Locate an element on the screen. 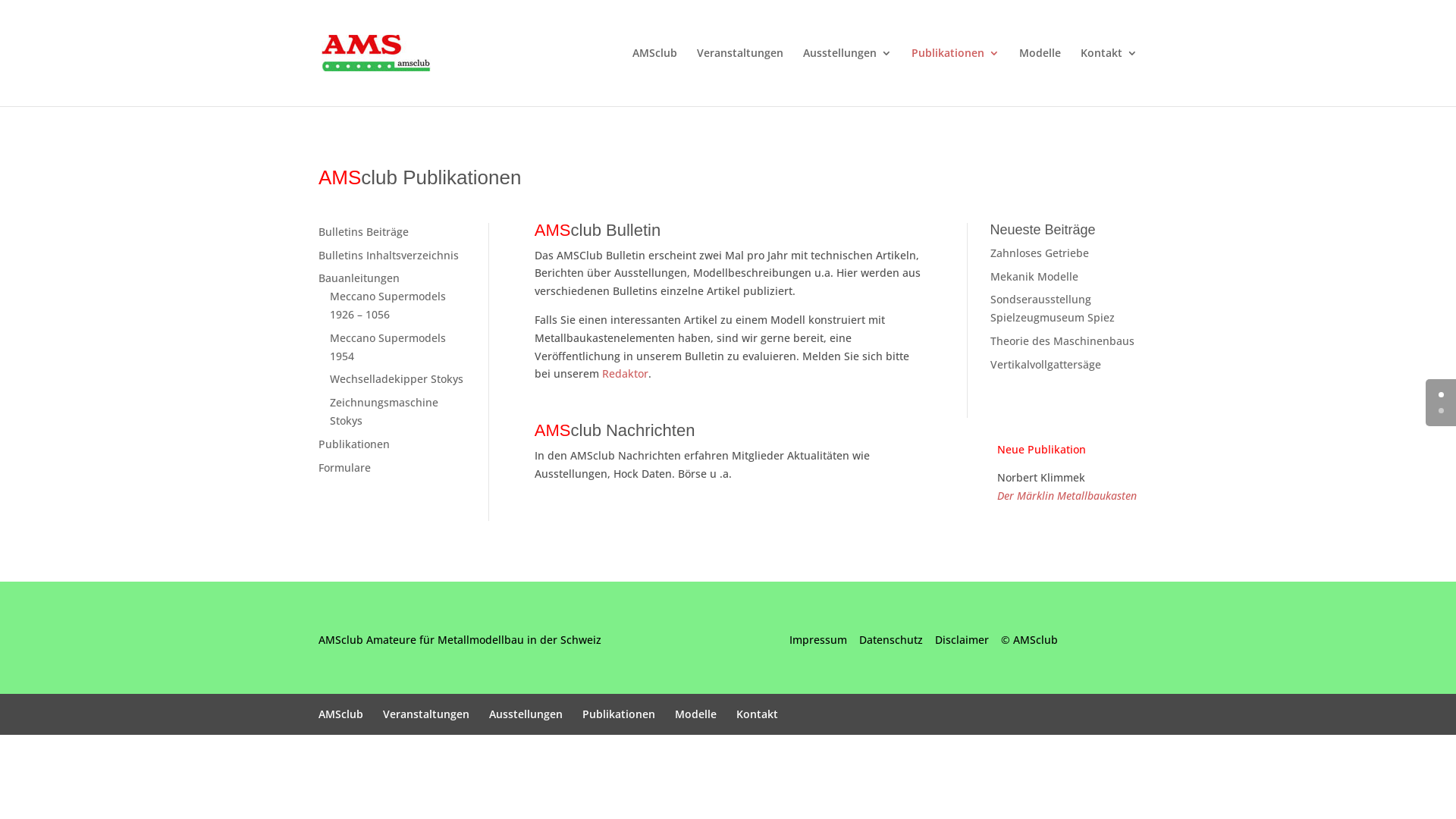 The width and height of the screenshot is (1456, 819). 'Bulletins Inhaltsverzeichnis' is located at coordinates (388, 254).